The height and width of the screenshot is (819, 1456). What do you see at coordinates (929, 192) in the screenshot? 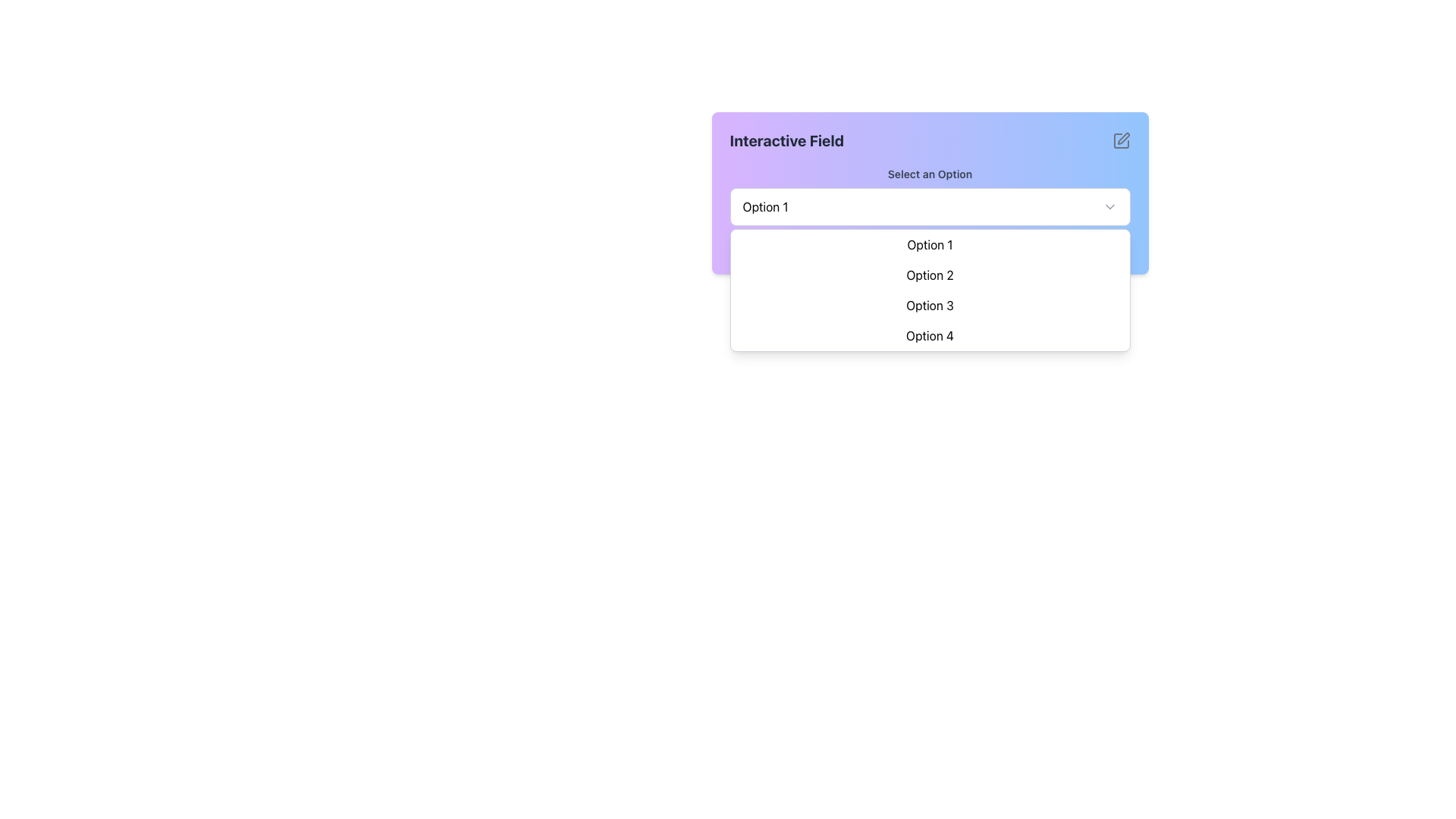
I see `the 'Option 1' dropdown menu` at bounding box center [929, 192].